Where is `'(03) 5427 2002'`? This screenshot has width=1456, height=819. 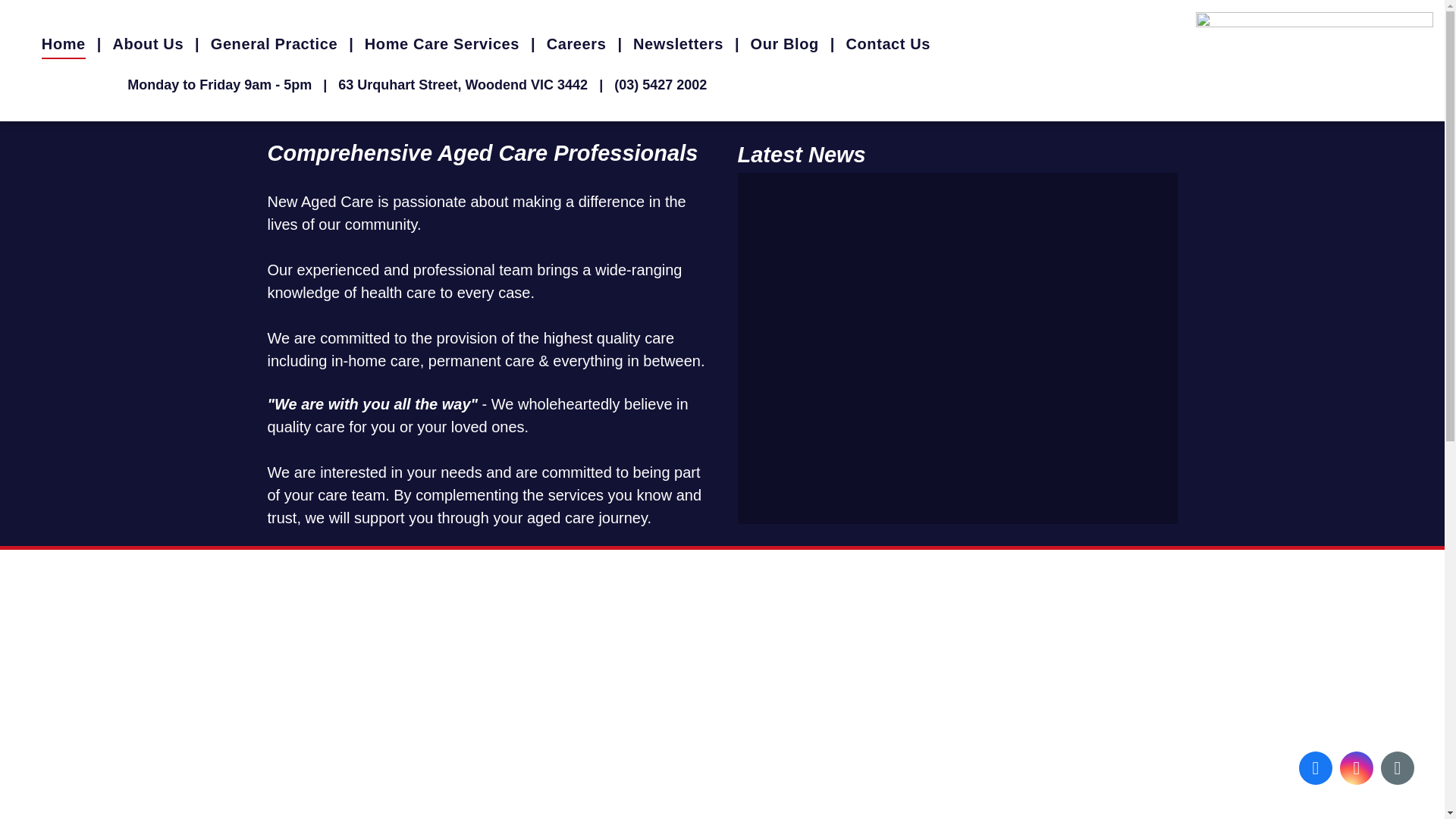
'(03) 5427 2002' is located at coordinates (614, 84).